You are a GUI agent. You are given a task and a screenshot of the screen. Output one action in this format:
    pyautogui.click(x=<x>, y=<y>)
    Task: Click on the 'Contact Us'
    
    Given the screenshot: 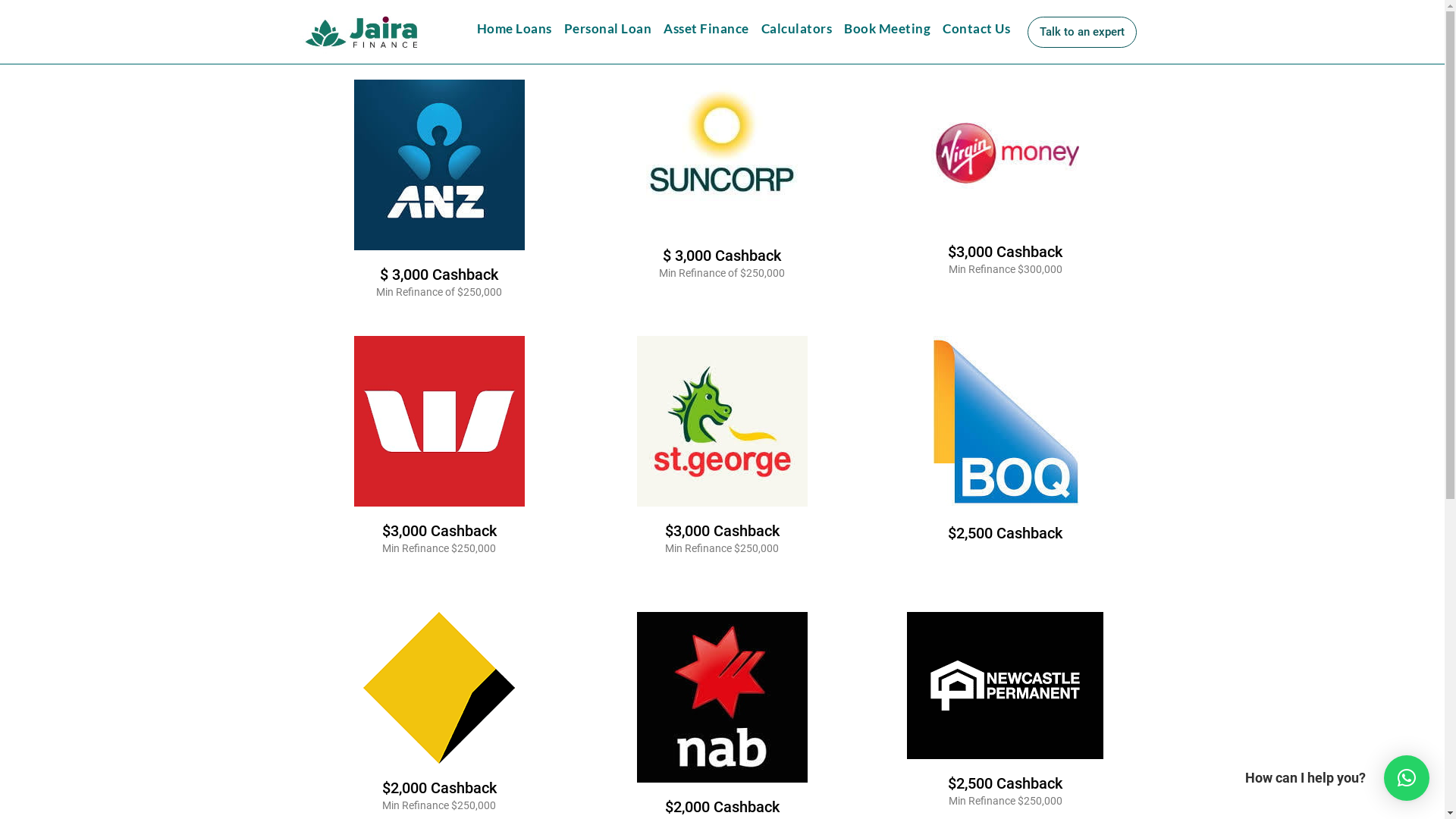 What is the action you would take?
    pyautogui.click(x=976, y=29)
    